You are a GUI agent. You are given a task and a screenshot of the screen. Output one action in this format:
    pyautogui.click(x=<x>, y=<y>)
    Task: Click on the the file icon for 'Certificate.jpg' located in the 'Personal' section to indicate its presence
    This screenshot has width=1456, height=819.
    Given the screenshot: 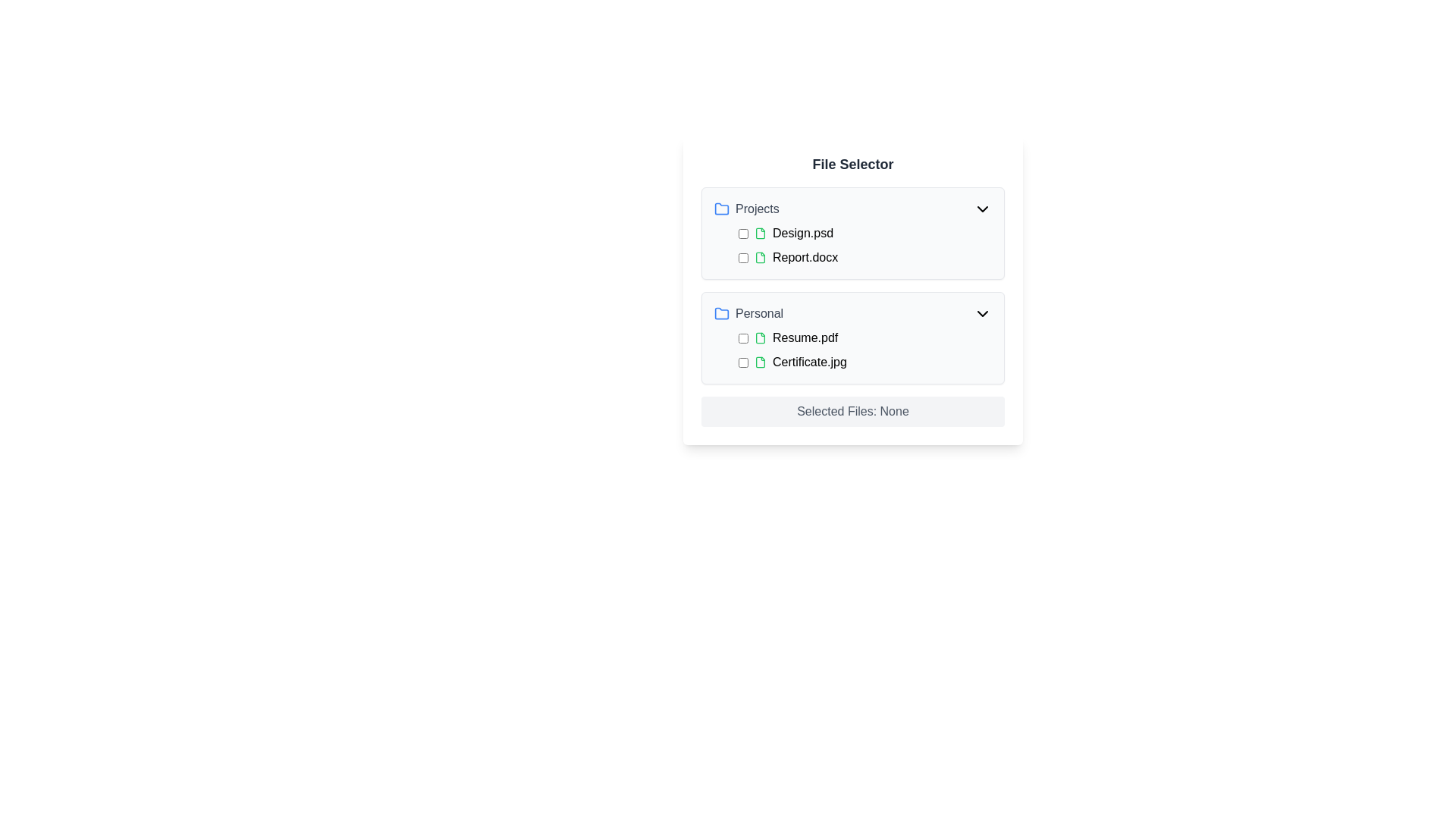 What is the action you would take?
    pyautogui.click(x=761, y=362)
    